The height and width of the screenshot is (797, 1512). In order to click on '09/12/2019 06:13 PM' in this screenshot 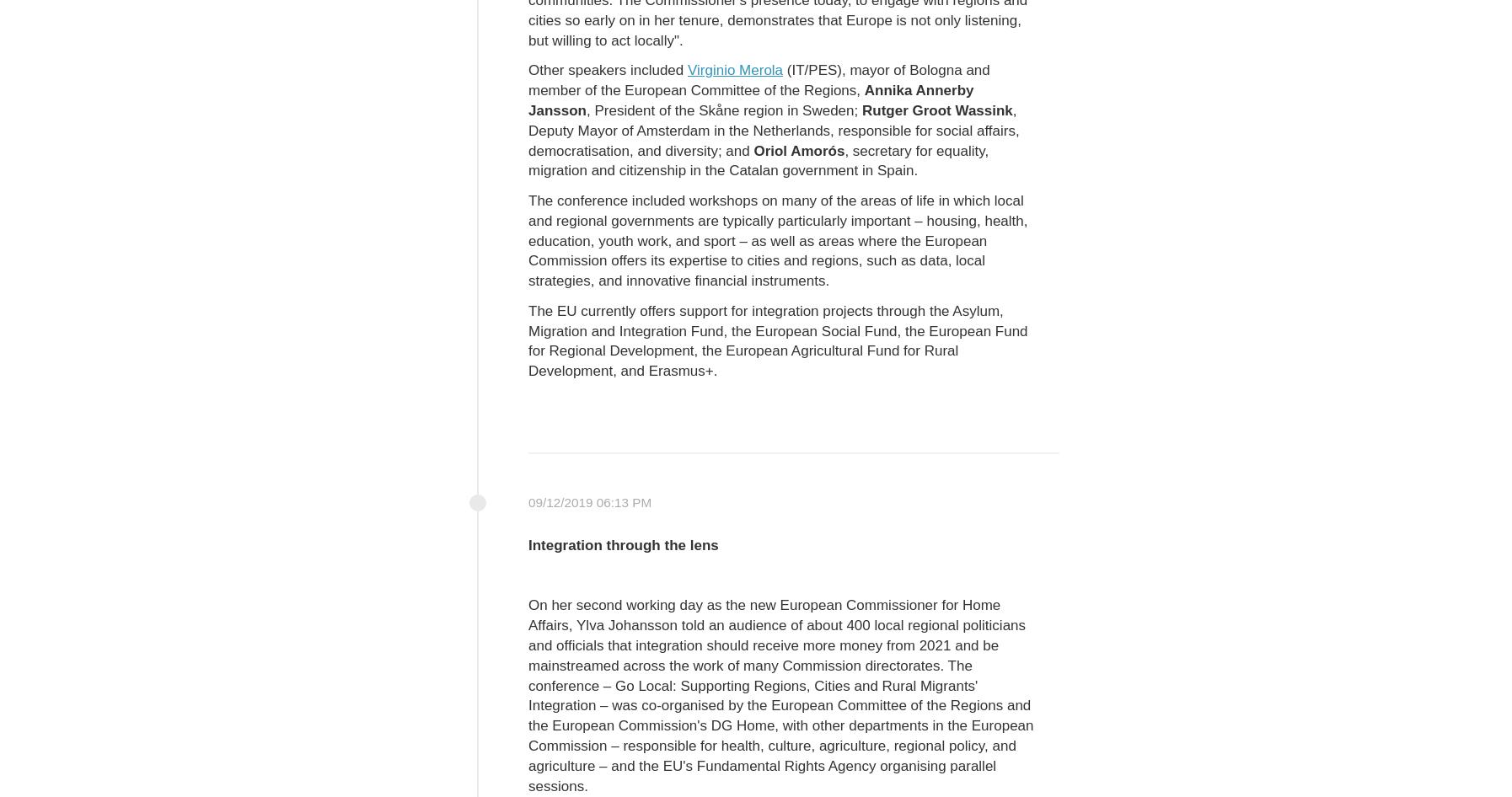, I will do `click(590, 501)`.